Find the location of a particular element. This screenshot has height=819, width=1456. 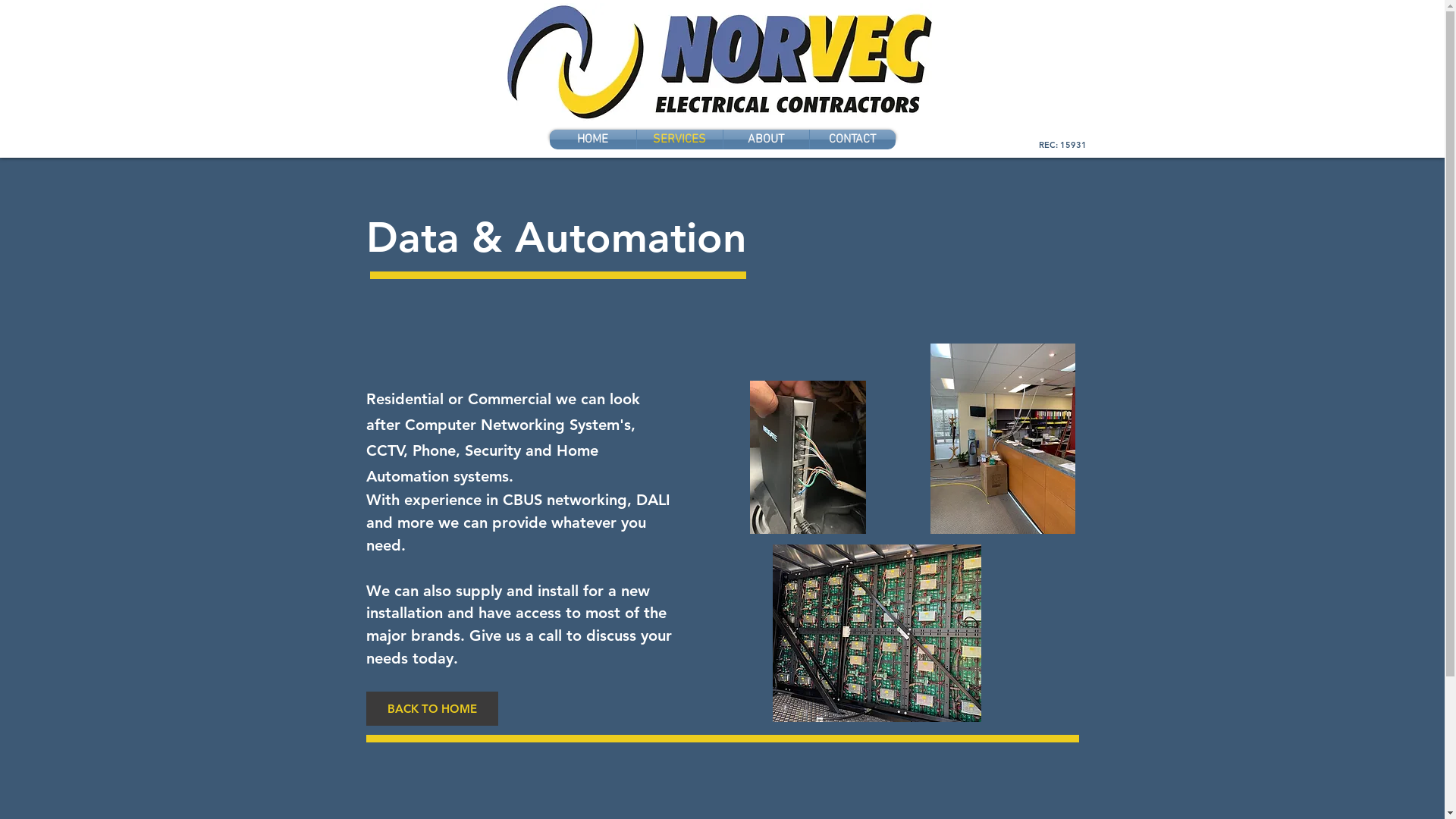

'BACK TO HOME' is located at coordinates (431, 708).